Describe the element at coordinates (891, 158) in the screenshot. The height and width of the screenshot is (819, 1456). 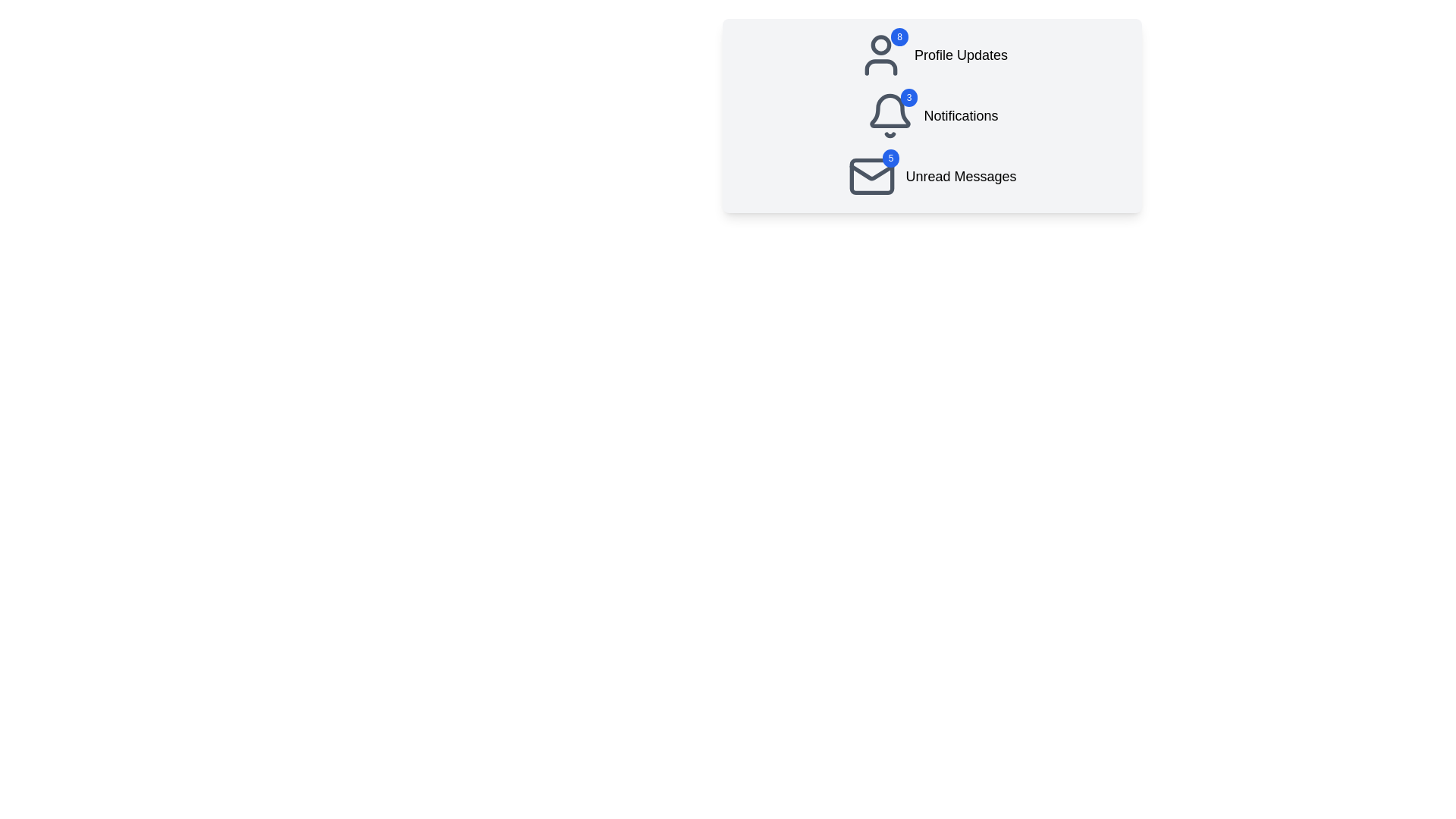
I see `the Notification Badge, which is a small circular badge with a blue background and white text displaying the number '5', located at the top-right corner of an envelope icon` at that location.